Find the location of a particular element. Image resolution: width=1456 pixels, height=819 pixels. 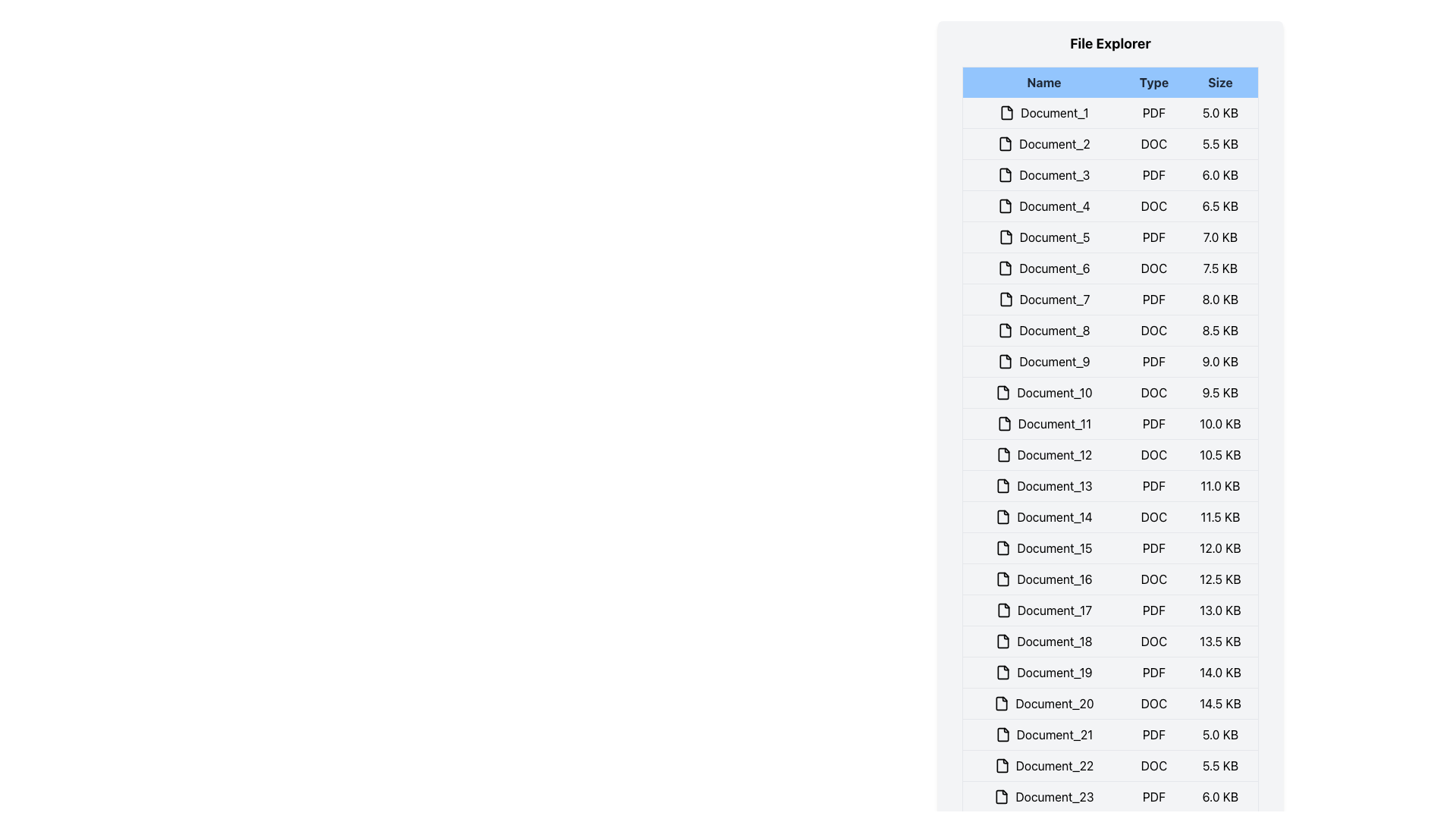

text label displaying '5.0 KB' in the 'Size' column for 'Document_21' in the file explorer interface is located at coordinates (1220, 733).